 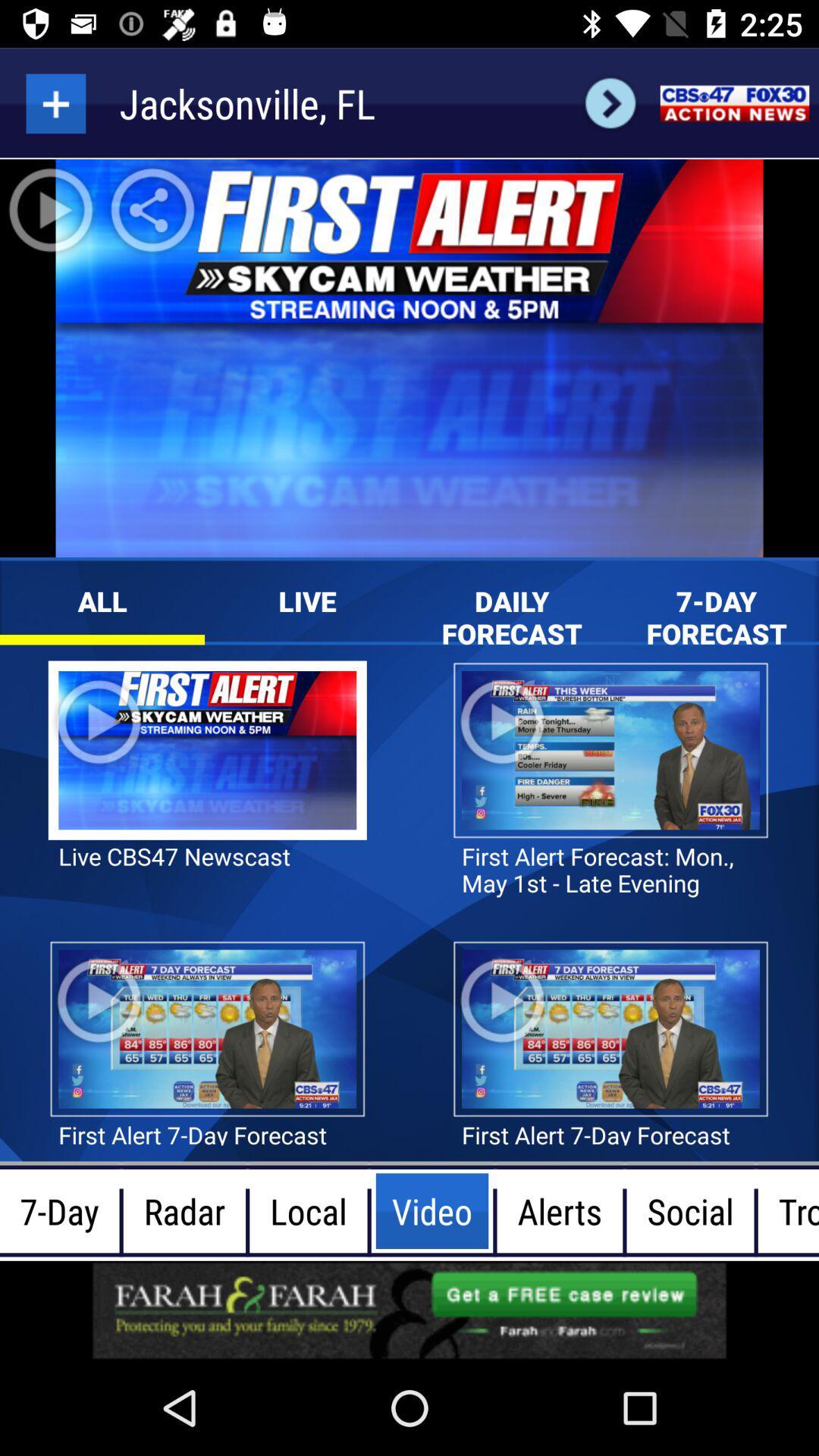 What do you see at coordinates (409, 1310) in the screenshot?
I see `share the article` at bounding box center [409, 1310].